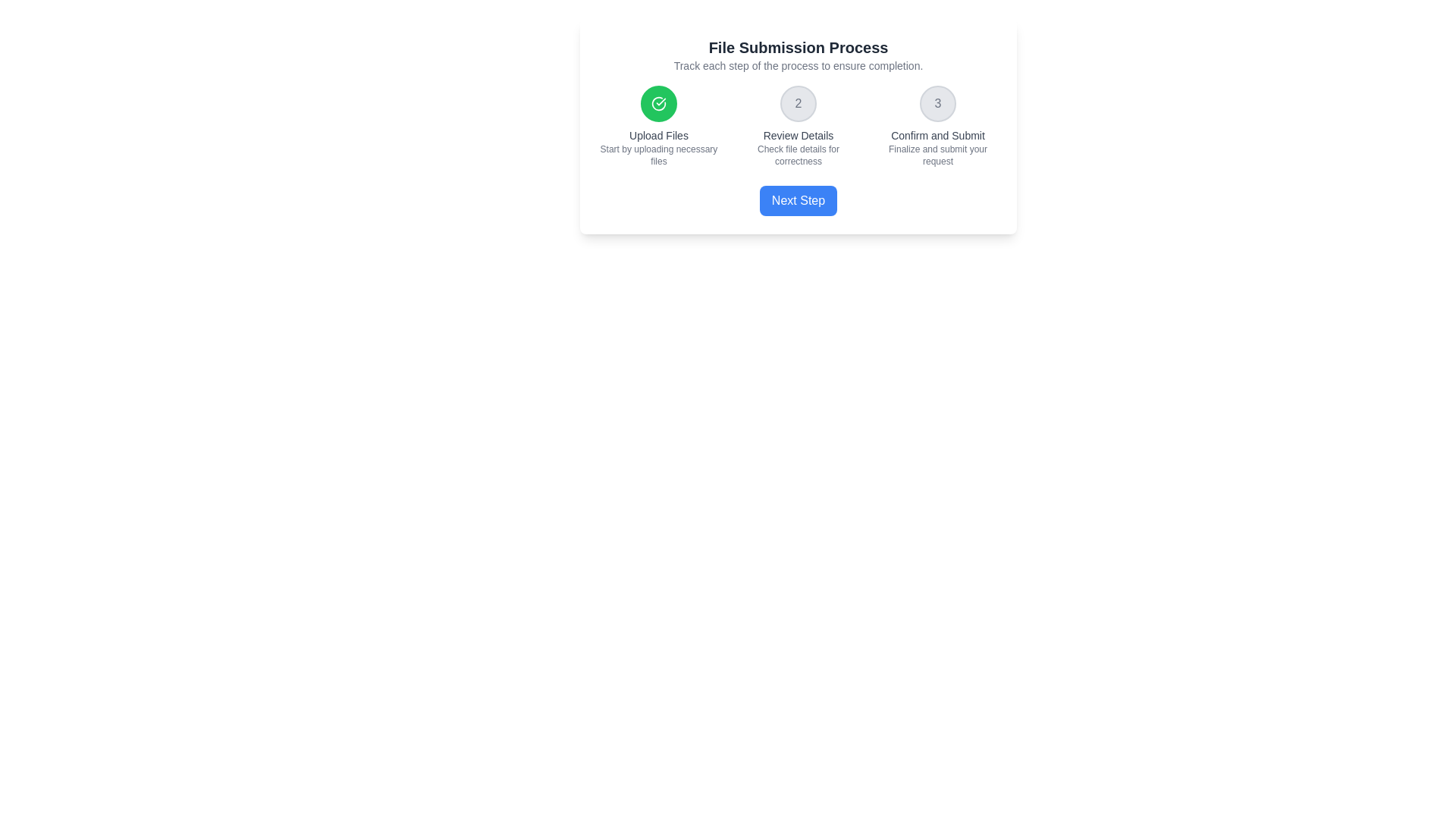 The width and height of the screenshot is (1456, 819). Describe the element at coordinates (937, 155) in the screenshot. I see `the Label/Text Description that provides clarifying information about finalizing and submitting the request, located under the title 'Confirm and Submit' and directly below the numeric step indicator '3'` at that location.